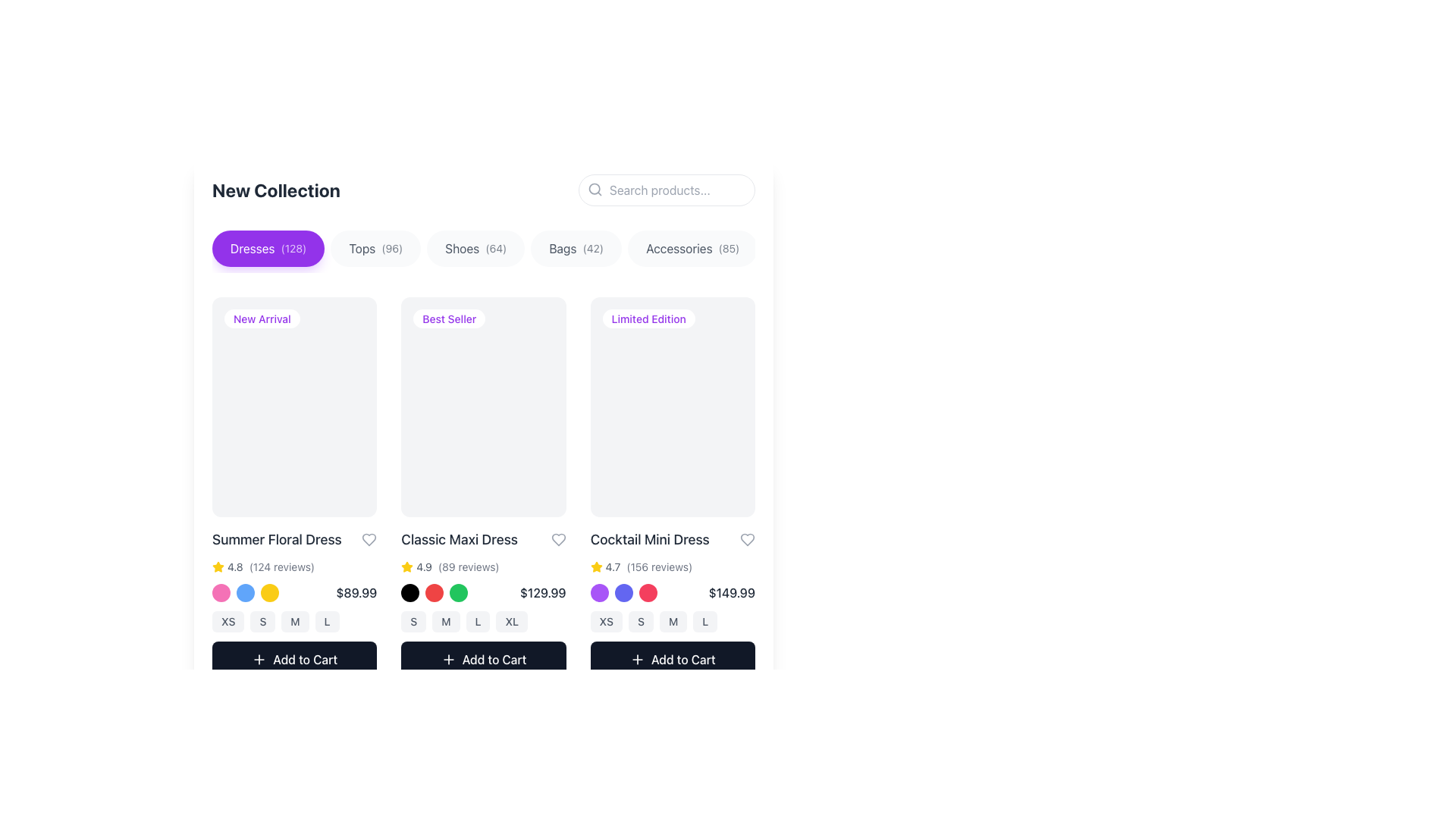 Image resolution: width=1456 pixels, height=819 pixels. Describe the element at coordinates (512, 621) in the screenshot. I see `the 'XL' size selection button for the 'Classic Maxi Dress' product` at that location.